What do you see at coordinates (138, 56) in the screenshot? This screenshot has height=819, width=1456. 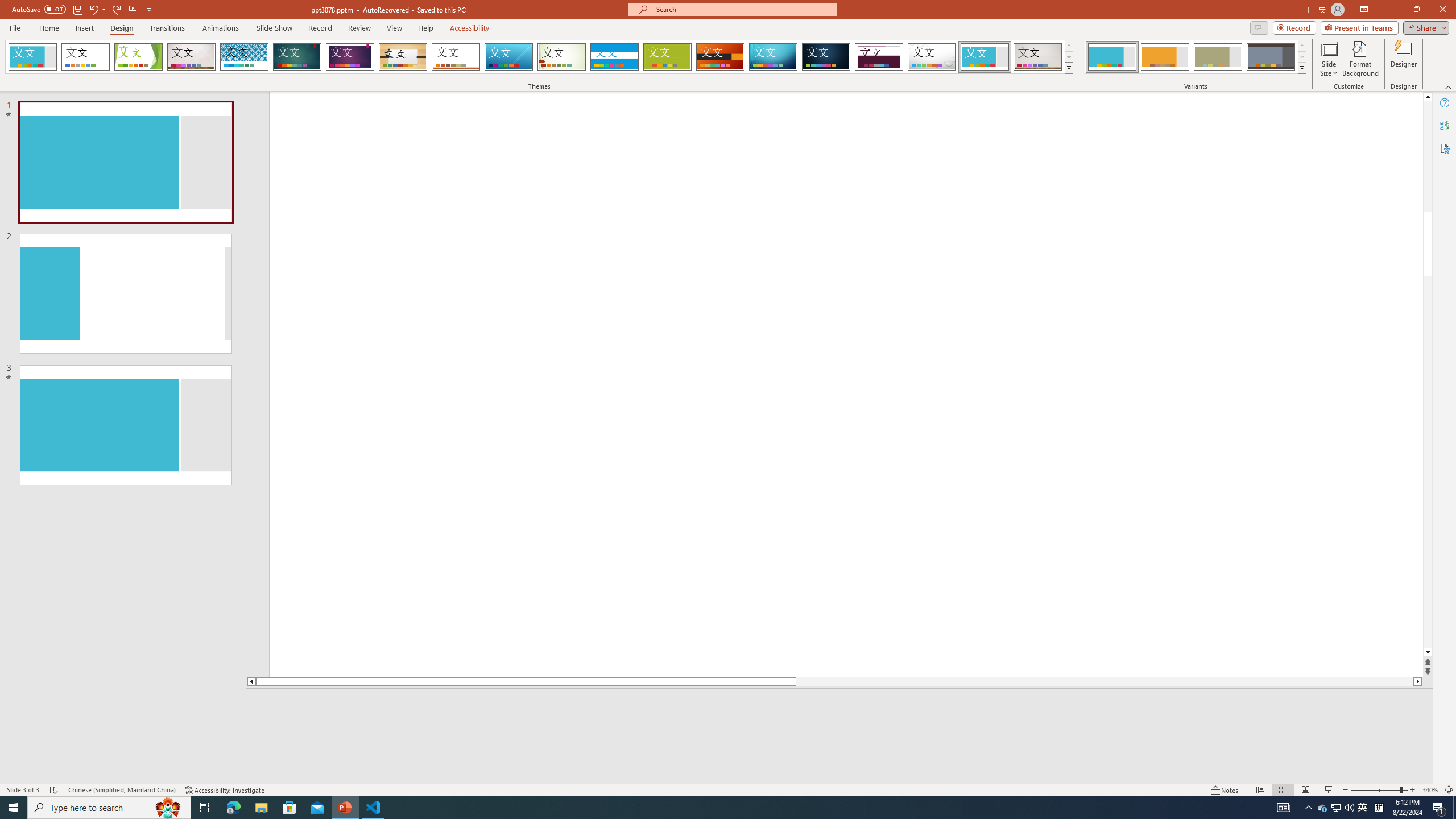 I see `'Facet'` at bounding box center [138, 56].